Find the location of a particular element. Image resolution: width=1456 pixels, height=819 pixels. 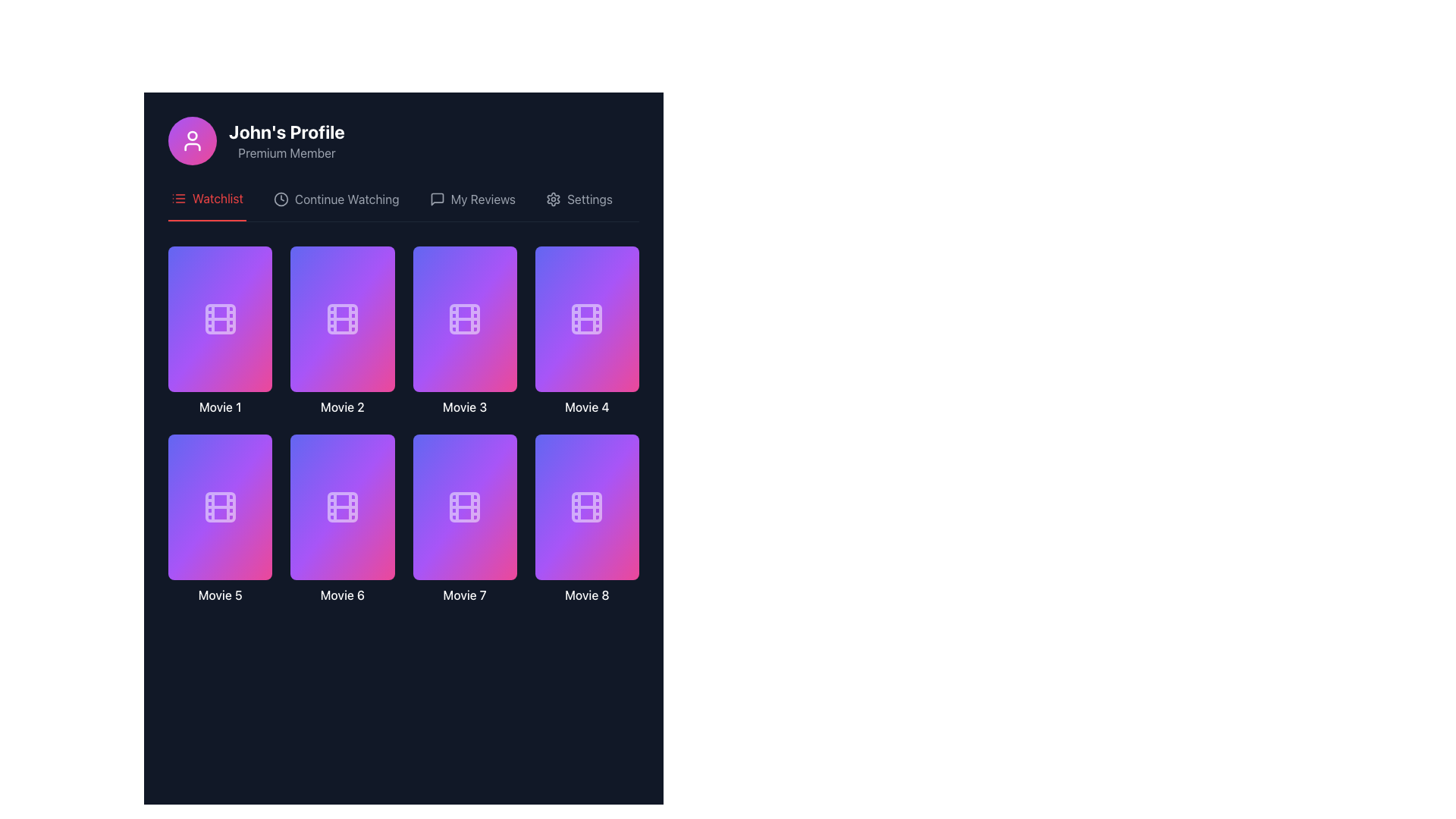

the film reel icon located in the third column of the first row of the movie grid, labeled 'Movie 3' is located at coordinates (464, 318).